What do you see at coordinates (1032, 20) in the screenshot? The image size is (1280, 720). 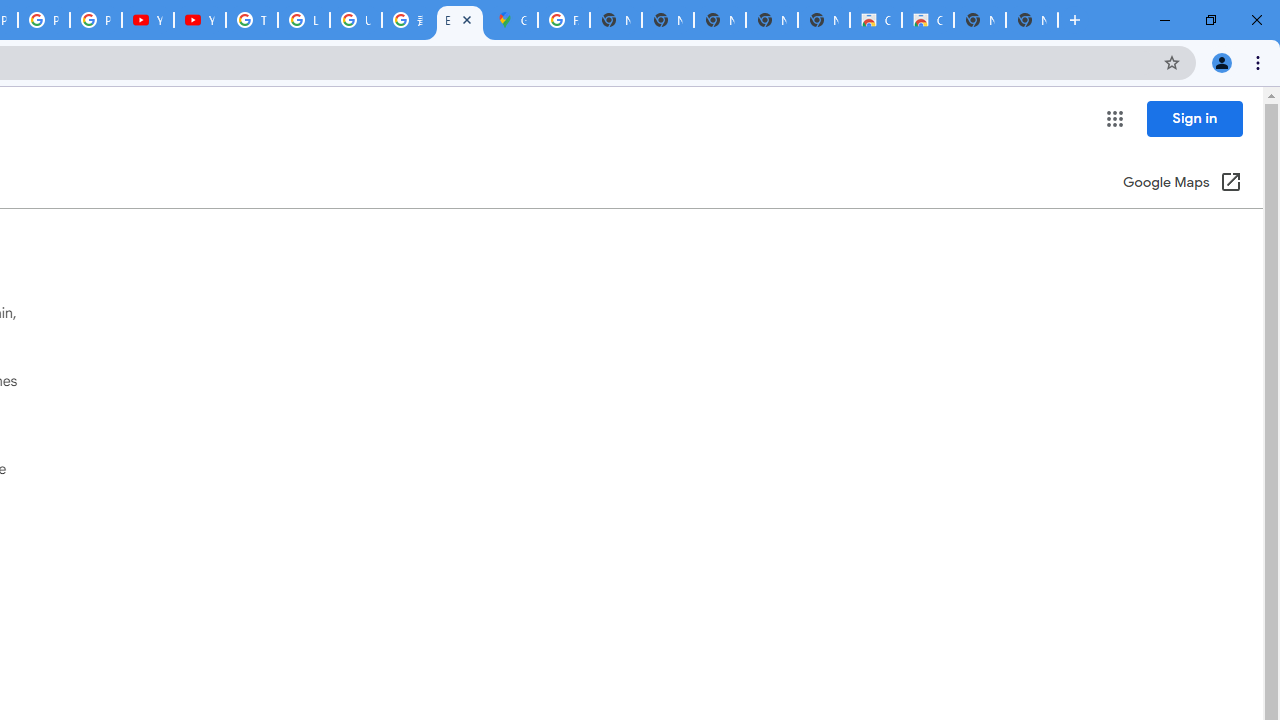 I see `'New Tab'` at bounding box center [1032, 20].